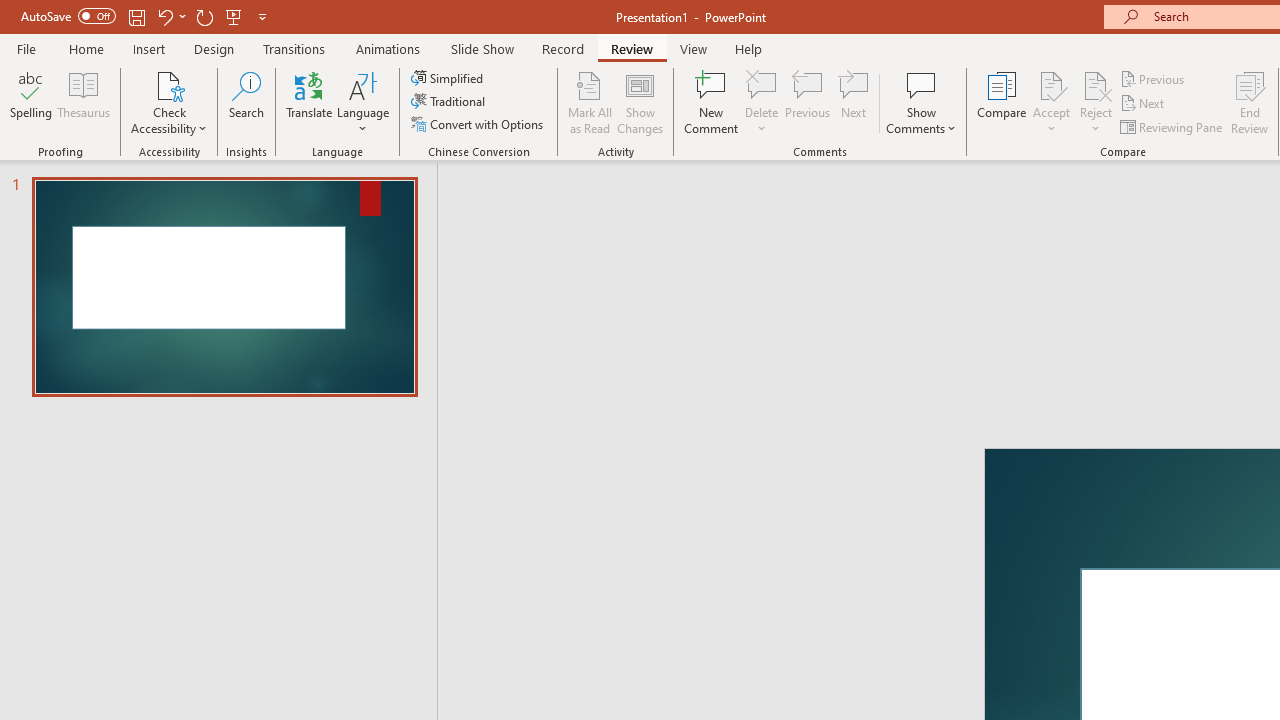  I want to click on 'Convert with Options...', so click(478, 124).